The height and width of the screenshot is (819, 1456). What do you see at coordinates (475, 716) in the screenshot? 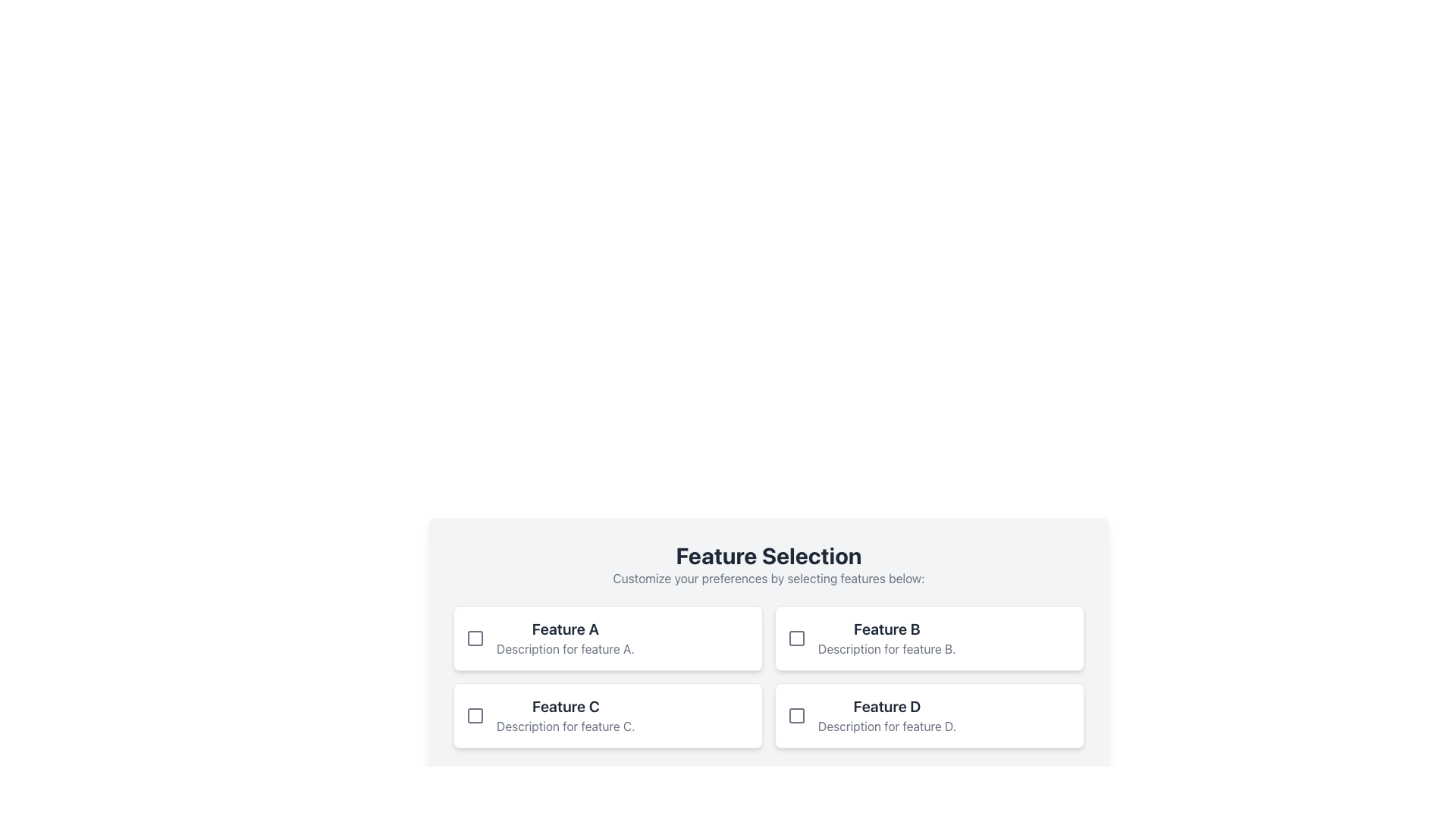
I see `the checkbox indicator for 'Feature C' to indicate focus` at bounding box center [475, 716].